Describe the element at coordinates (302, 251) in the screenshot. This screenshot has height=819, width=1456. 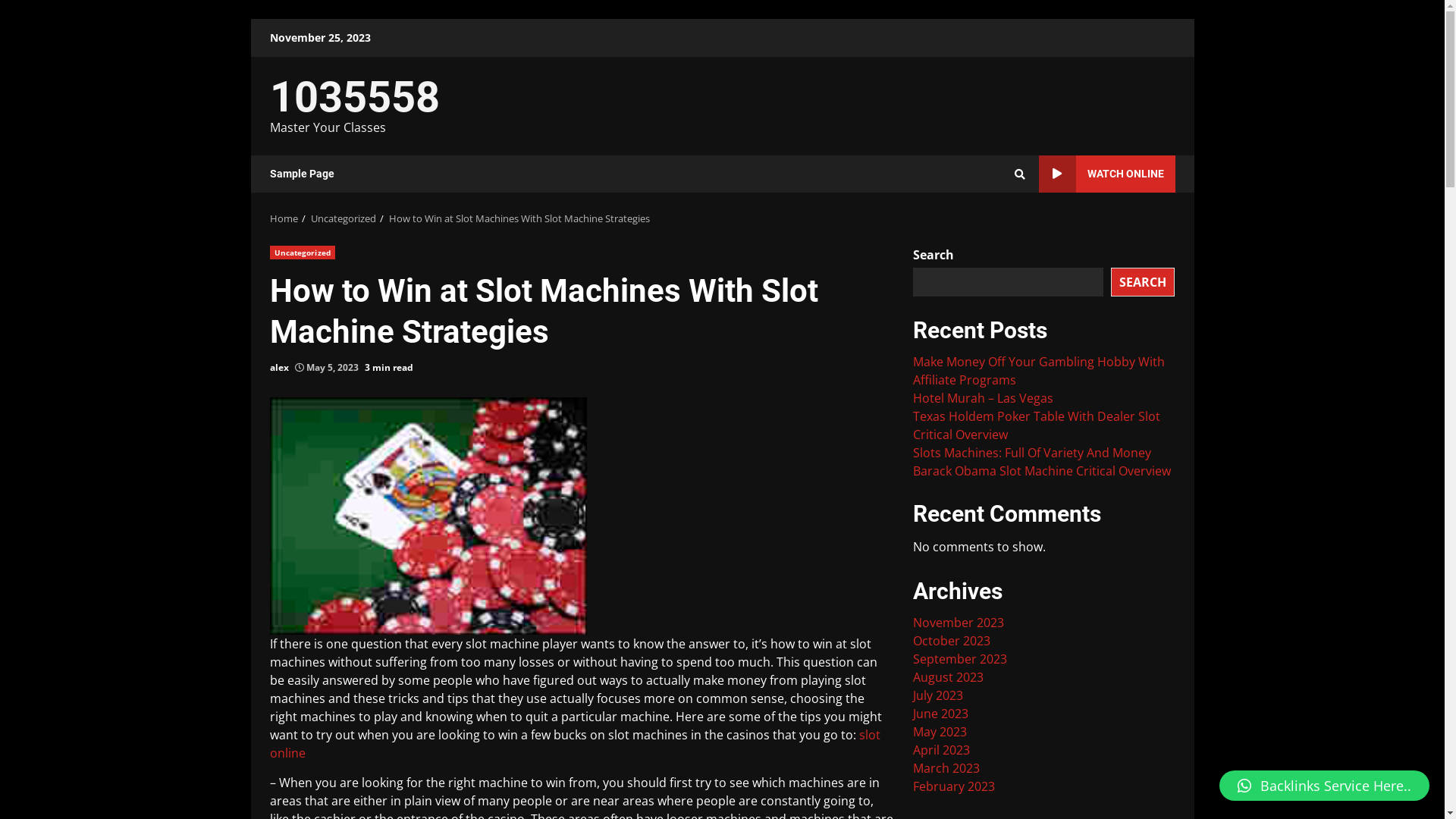
I see `'Uncategorized'` at that location.